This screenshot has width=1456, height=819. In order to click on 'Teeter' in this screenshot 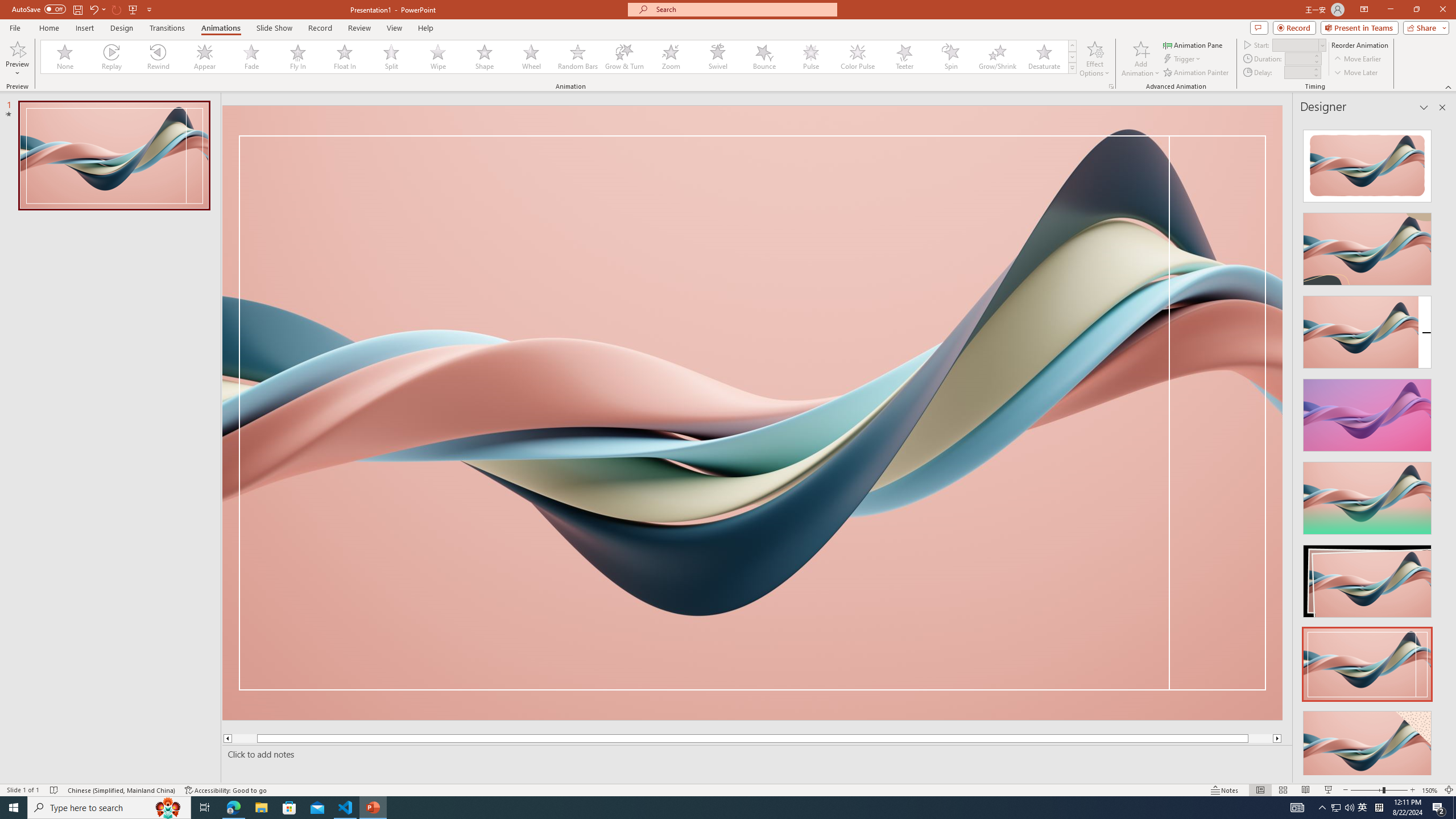, I will do `click(904, 56)`.